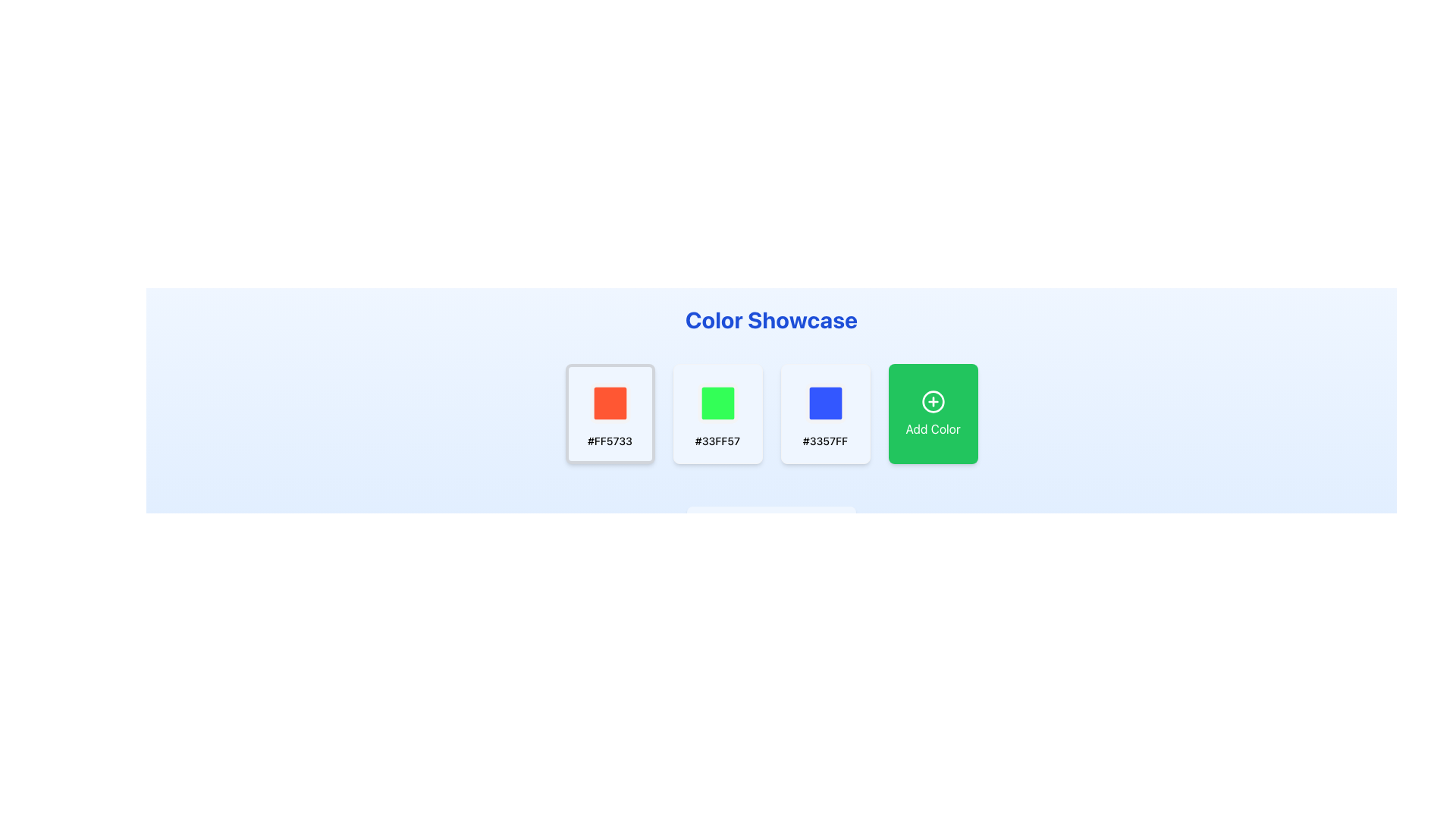 Image resolution: width=1456 pixels, height=819 pixels. Describe the element at coordinates (610, 403) in the screenshot. I see `the small rectangle with rounded corners, which is the first color tile in the 'Color Showcase' section, colored #FF5733` at that location.